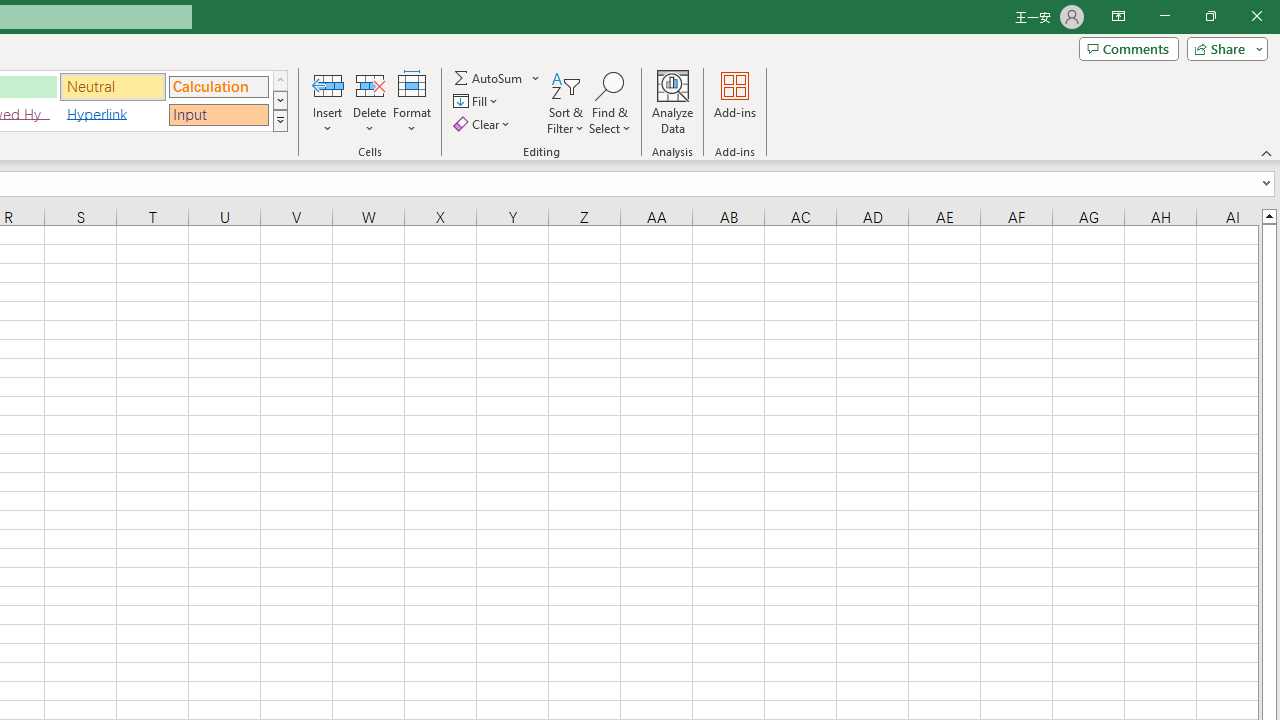 This screenshot has height=720, width=1280. What do you see at coordinates (1164, 16) in the screenshot?
I see `'Minimize'` at bounding box center [1164, 16].